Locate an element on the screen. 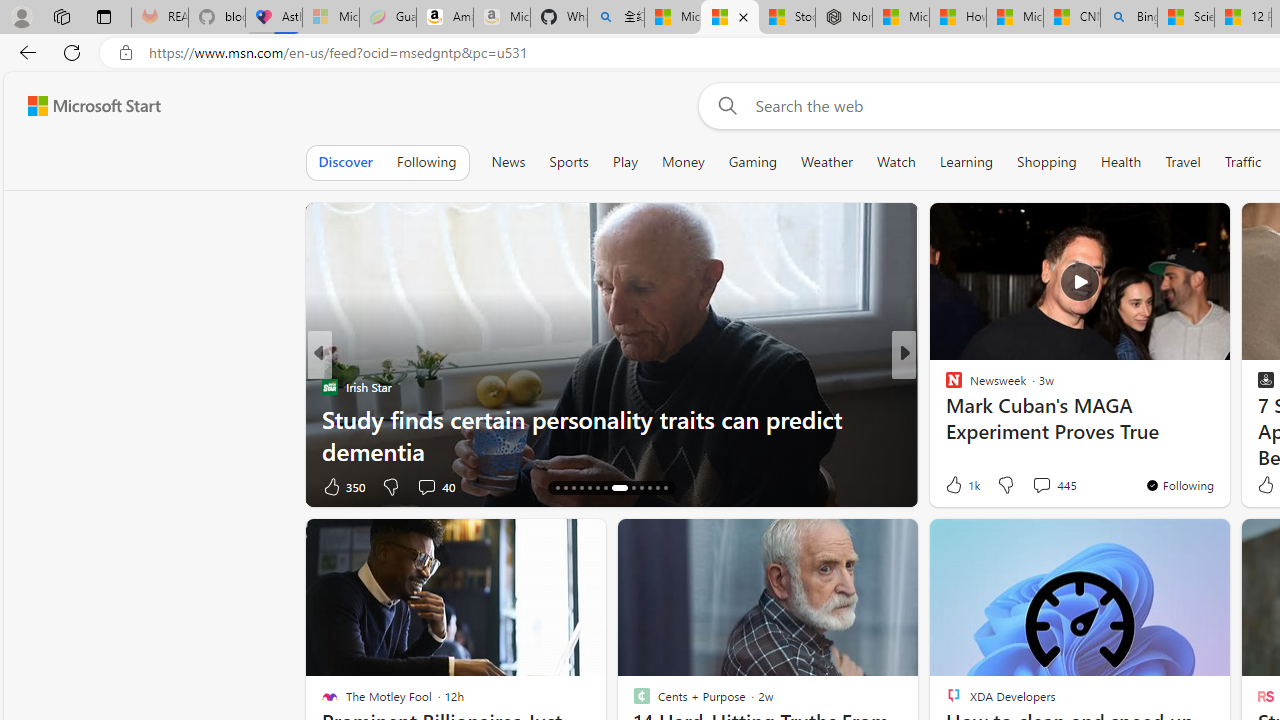  'View comments 34 Comment' is located at coordinates (1044, 486).